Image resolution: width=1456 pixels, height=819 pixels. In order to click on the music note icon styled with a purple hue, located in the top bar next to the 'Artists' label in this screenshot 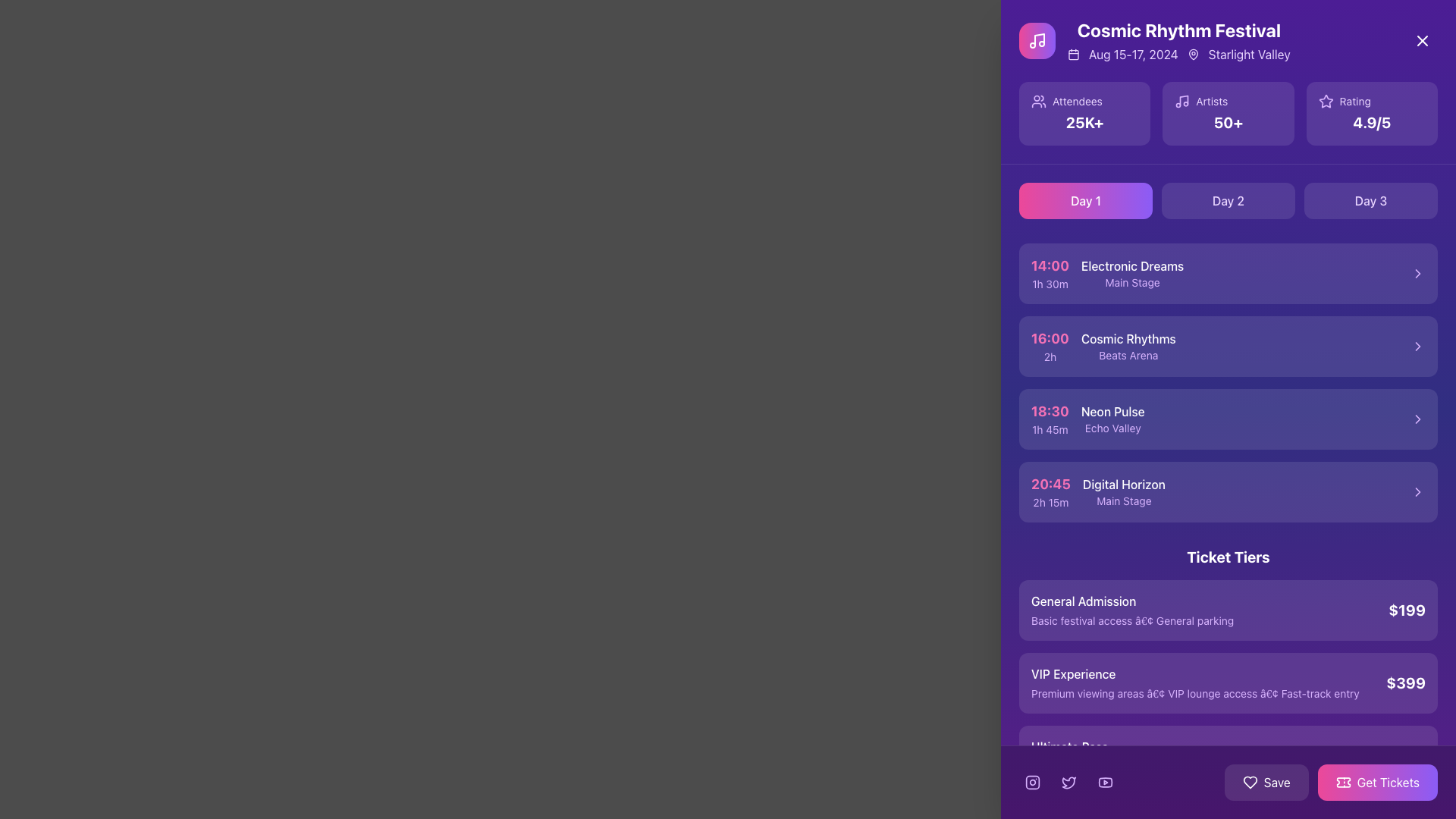, I will do `click(1181, 102)`.